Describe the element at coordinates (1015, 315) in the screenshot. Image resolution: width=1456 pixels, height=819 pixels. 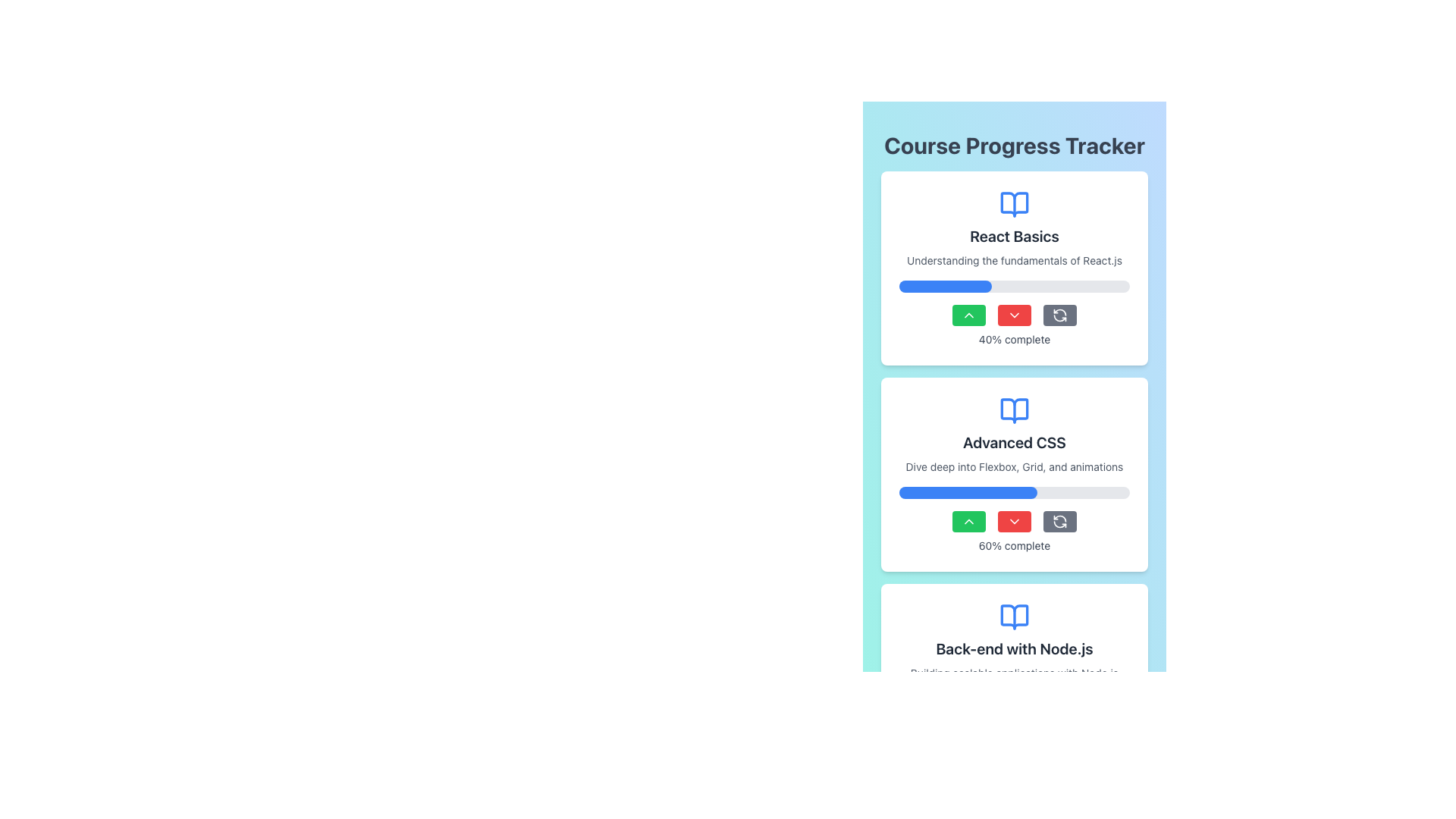
I see `the group of action buttons arranged horizontally located below the progress bar and the text '40% complete' in the 'React Basics' card of the 'Course Progress Tracker'` at that location.